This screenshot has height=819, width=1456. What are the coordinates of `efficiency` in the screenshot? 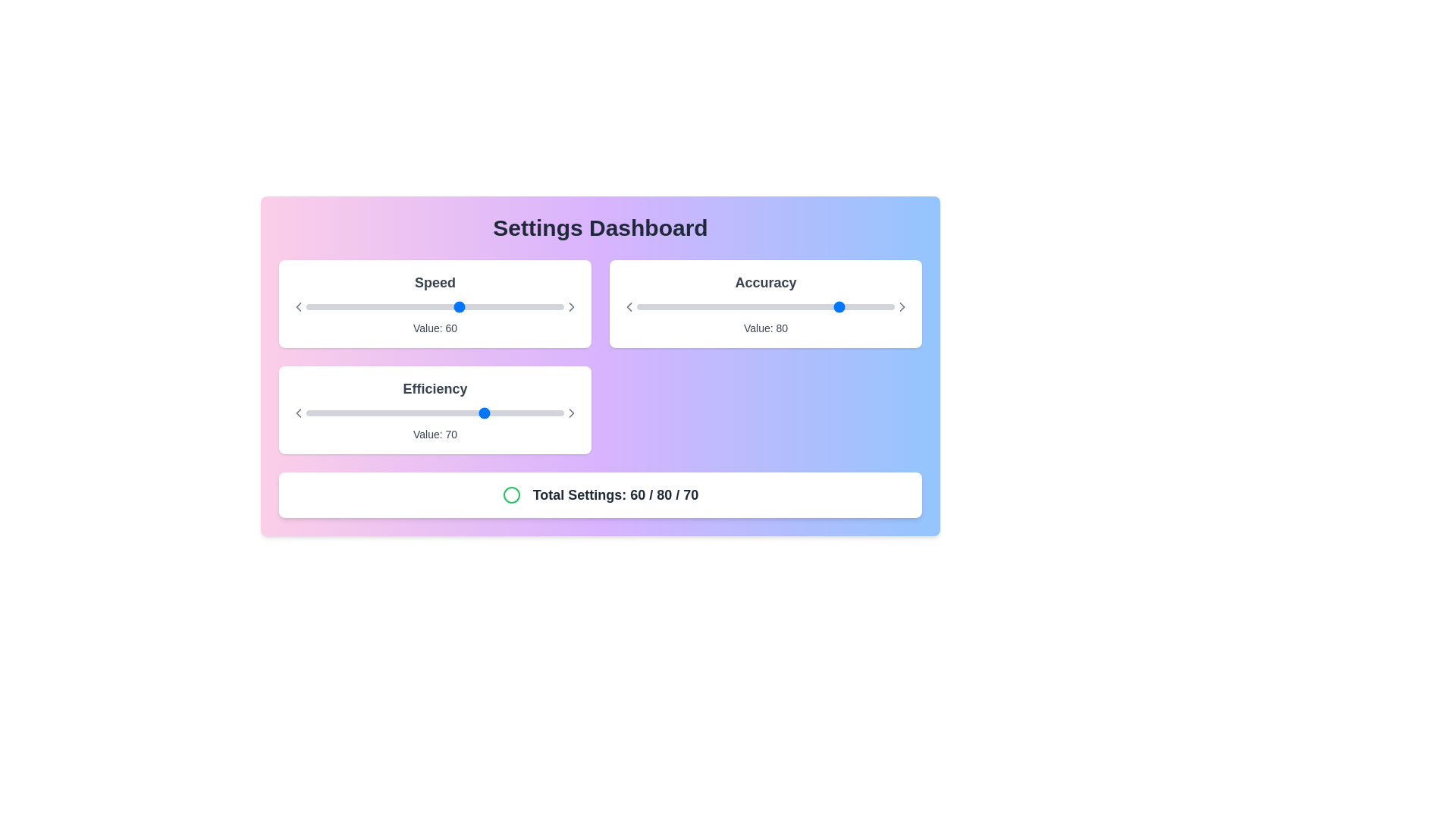 It's located at (494, 413).